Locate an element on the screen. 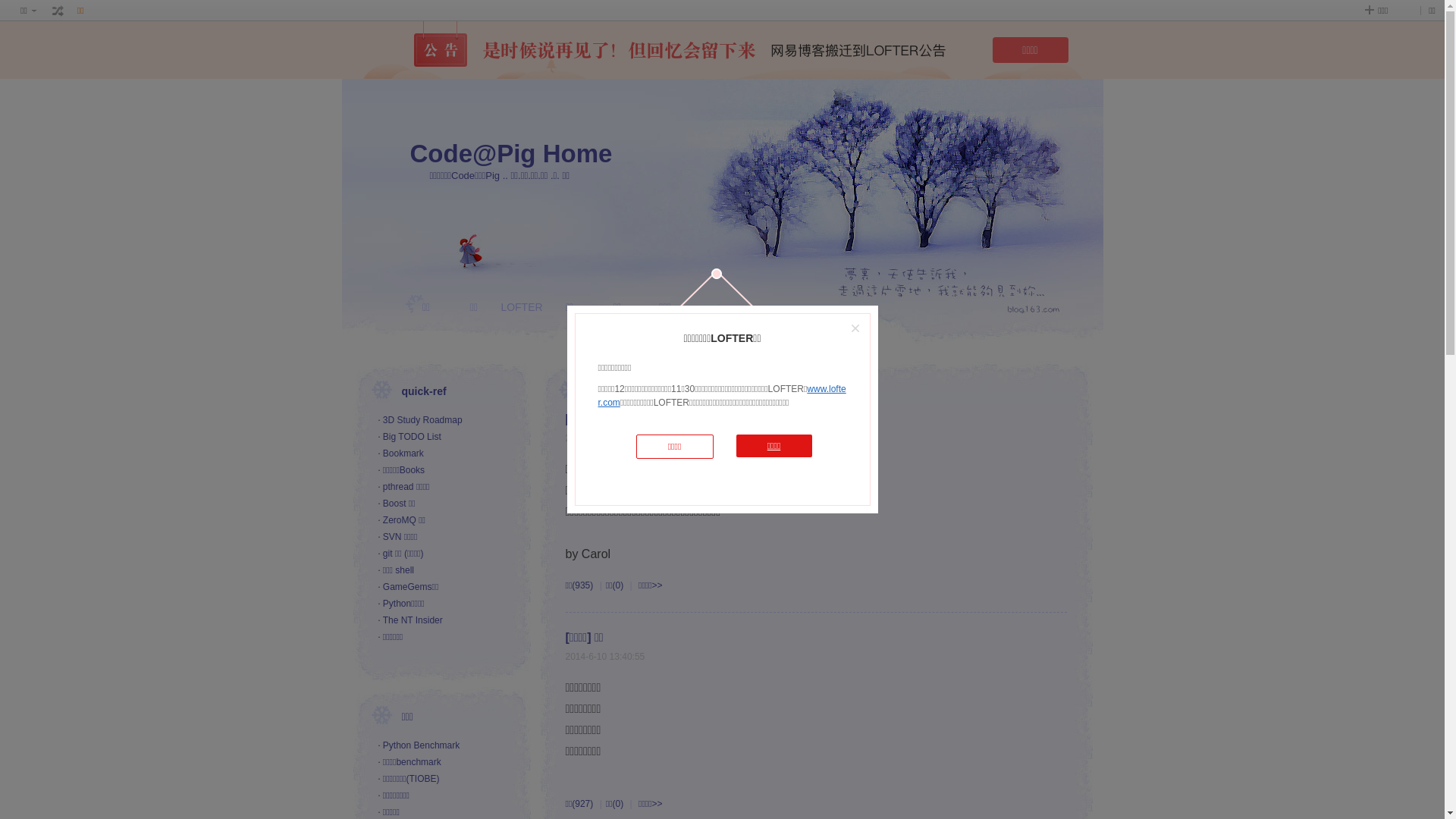  'Bookmark' is located at coordinates (403, 452).